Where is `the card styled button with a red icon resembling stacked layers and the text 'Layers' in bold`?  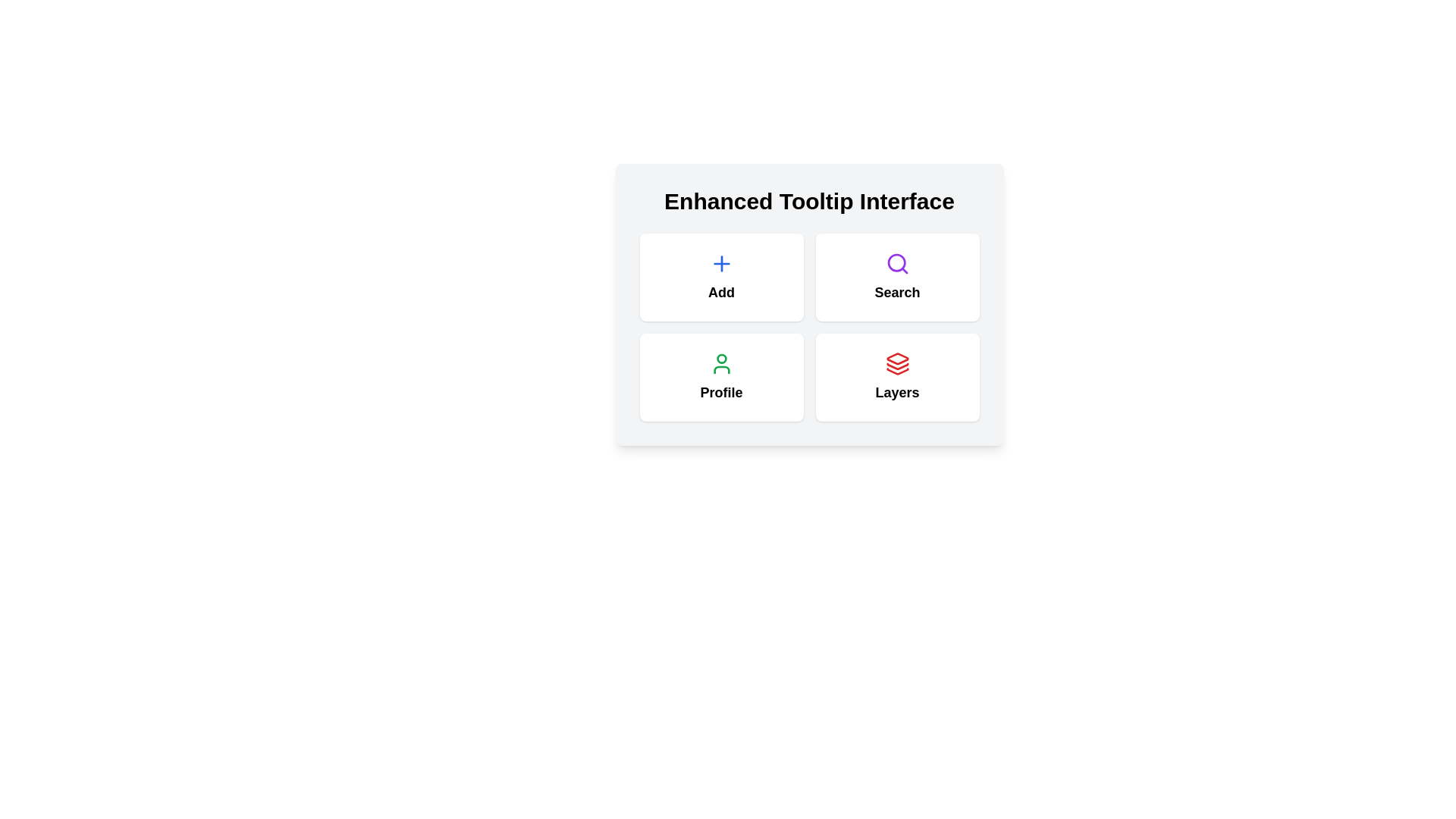
the card styled button with a red icon resembling stacked layers and the text 'Layers' in bold is located at coordinates (897, 376).